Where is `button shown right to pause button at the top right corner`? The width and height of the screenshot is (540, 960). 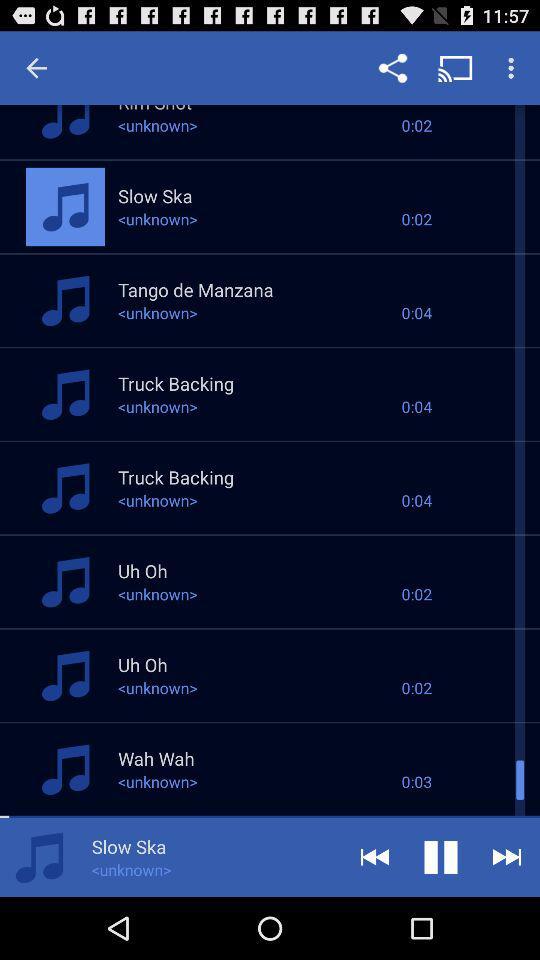 button shown right to pause button at the top right corner is located at coordinates (507, 856).